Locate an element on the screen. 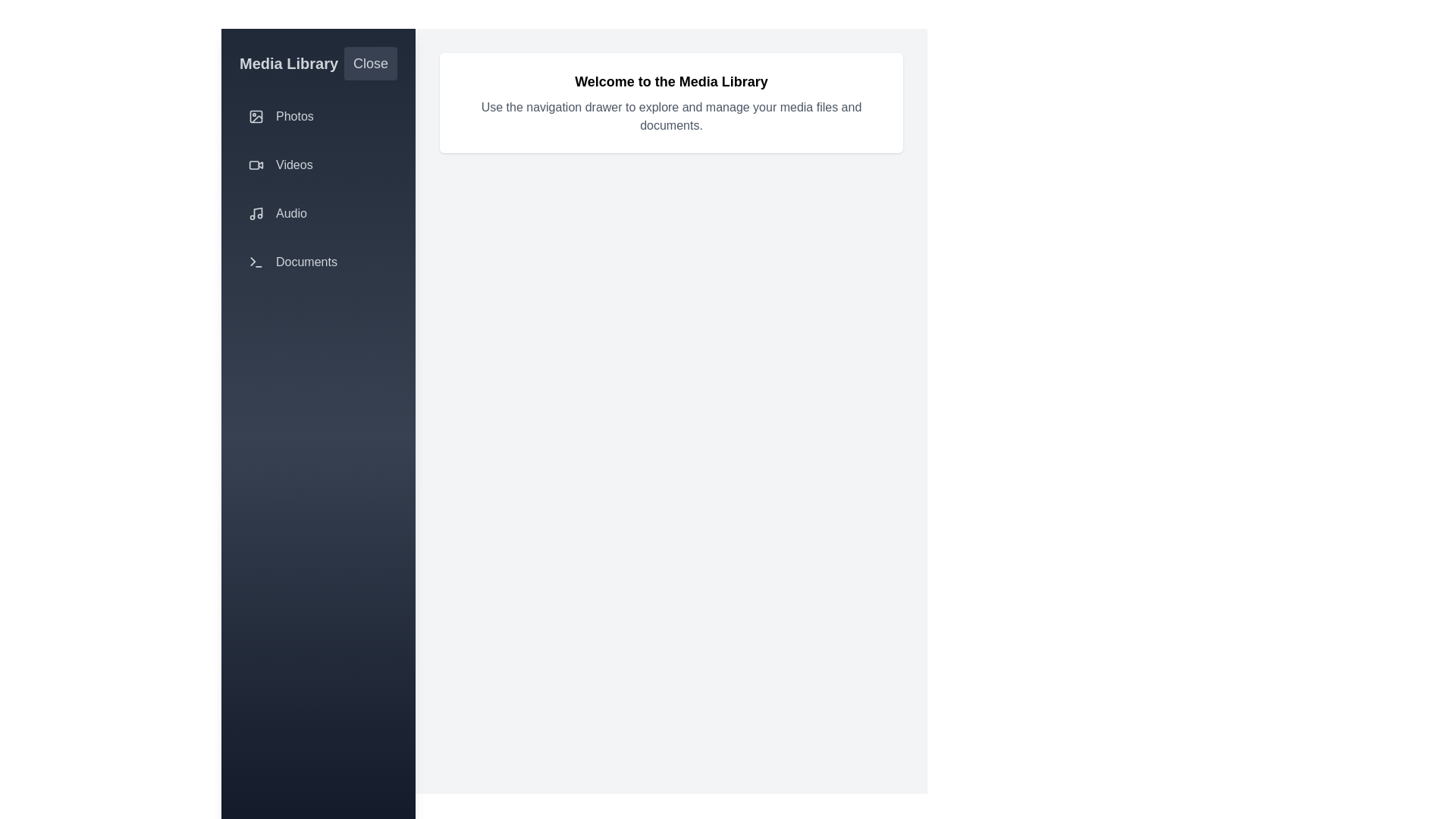  the navigation item corresponding to Photos is located at coordinates (318, 116).